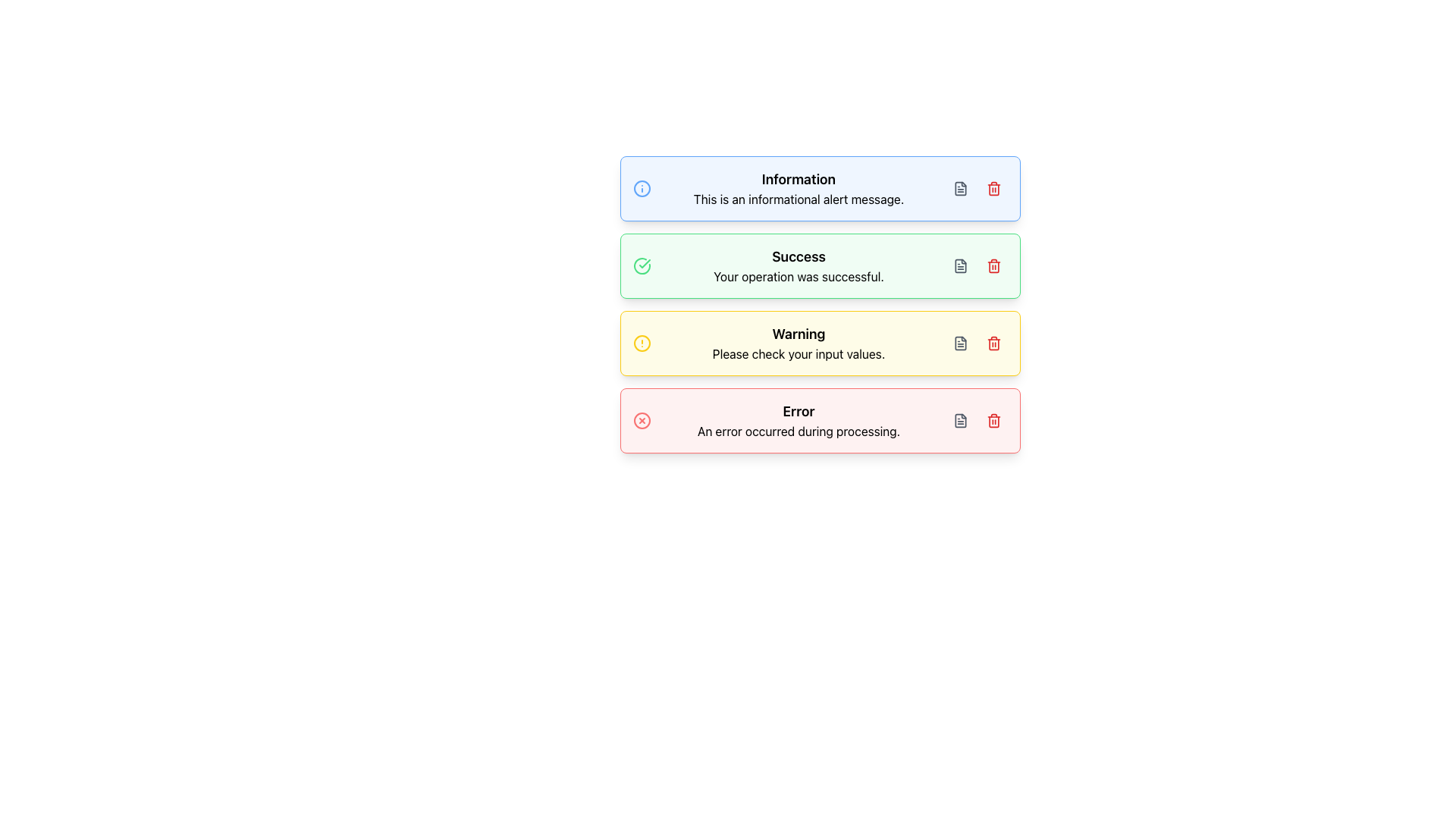  I want to click on the small, gray document-shaped icon with a minimalist design located within the blue 'Information' alert box, so click(959, 188).